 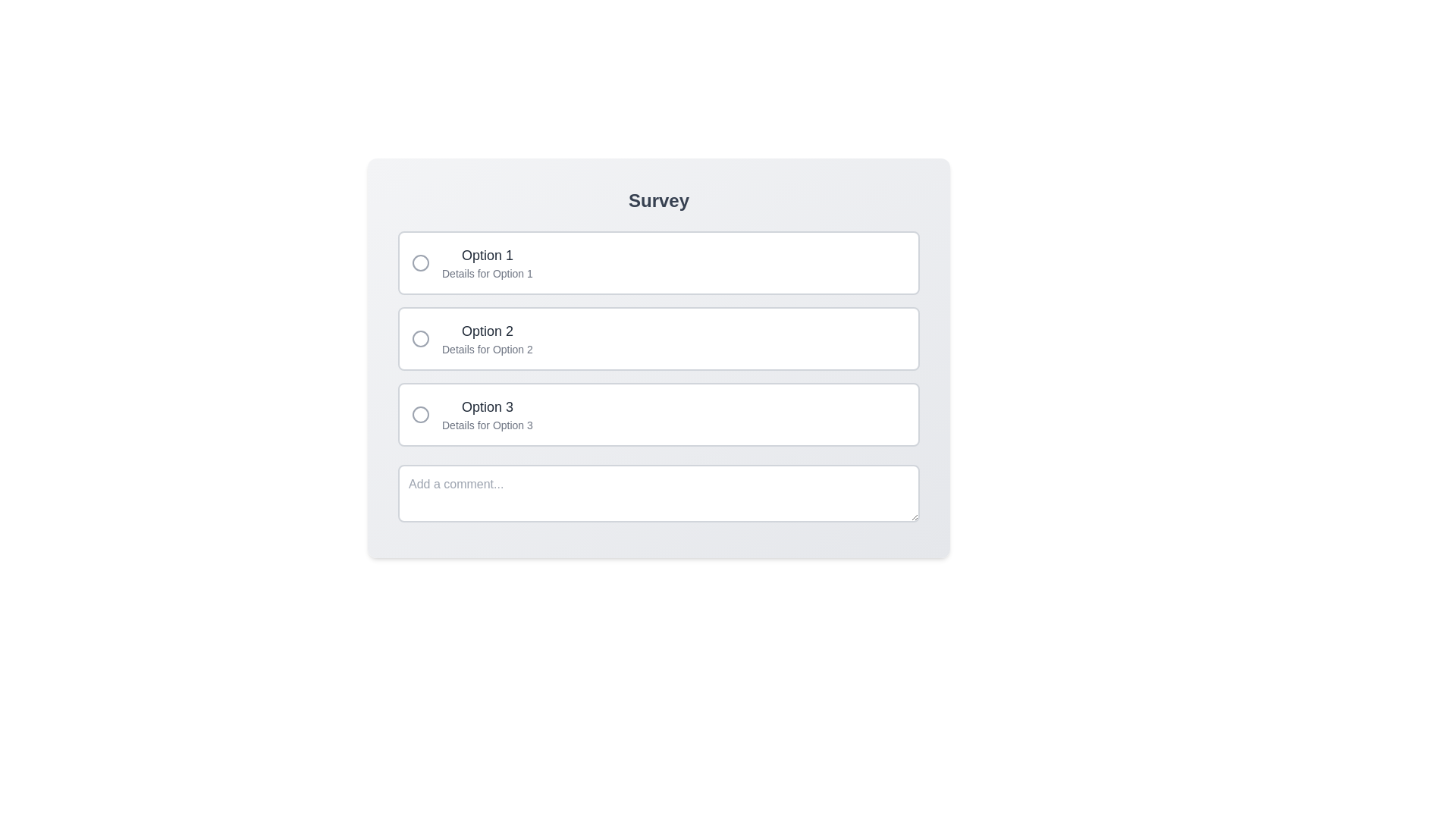 What do you see at coordinates (658, 338) in the screenshot?
I see `the radio button option for 'Option 2' in the survey` at bounding box center [658, 338].